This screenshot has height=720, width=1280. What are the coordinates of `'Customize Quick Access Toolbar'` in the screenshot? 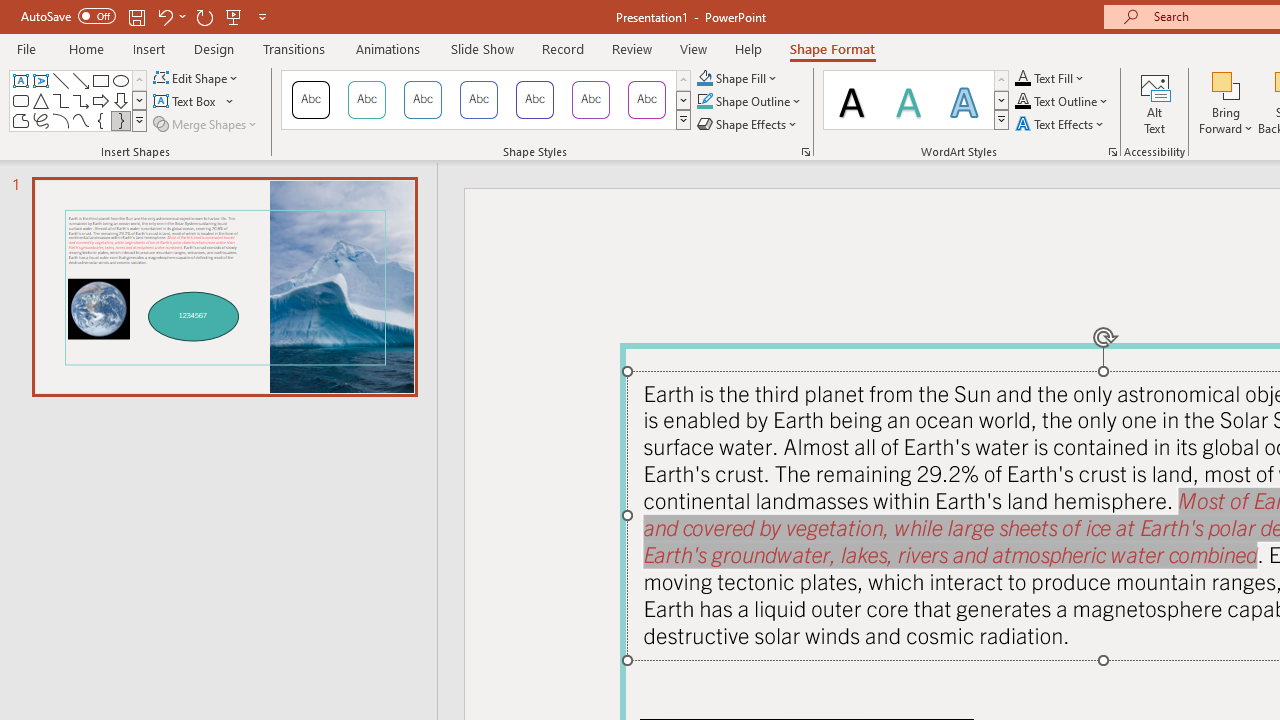 It's located at (262, 16).